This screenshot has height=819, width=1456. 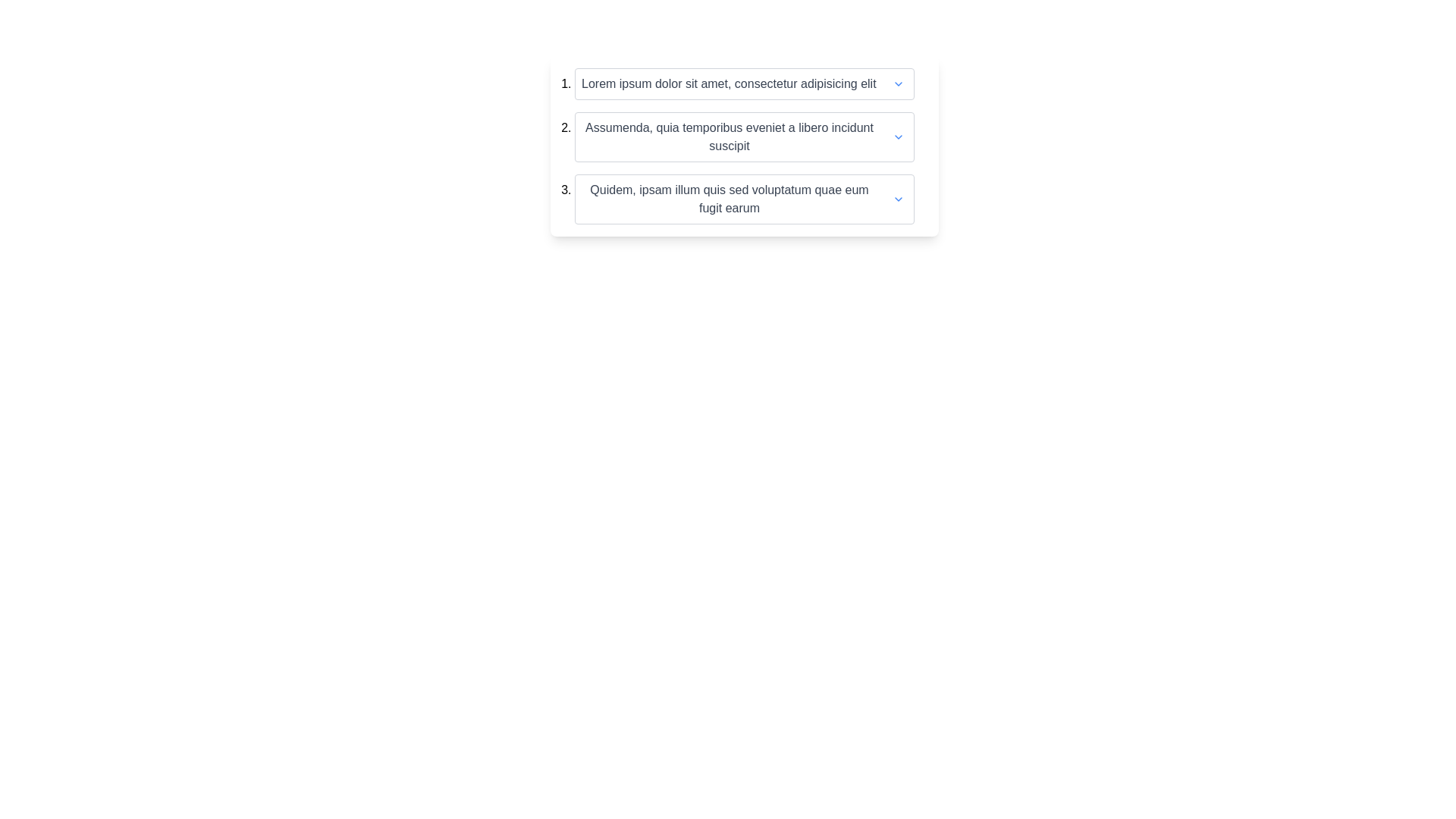 What do you see at coordinates (899, 198) in the screenshot?
I see `the small blue chevron icon on the far right` at bounding box center [899, 198].